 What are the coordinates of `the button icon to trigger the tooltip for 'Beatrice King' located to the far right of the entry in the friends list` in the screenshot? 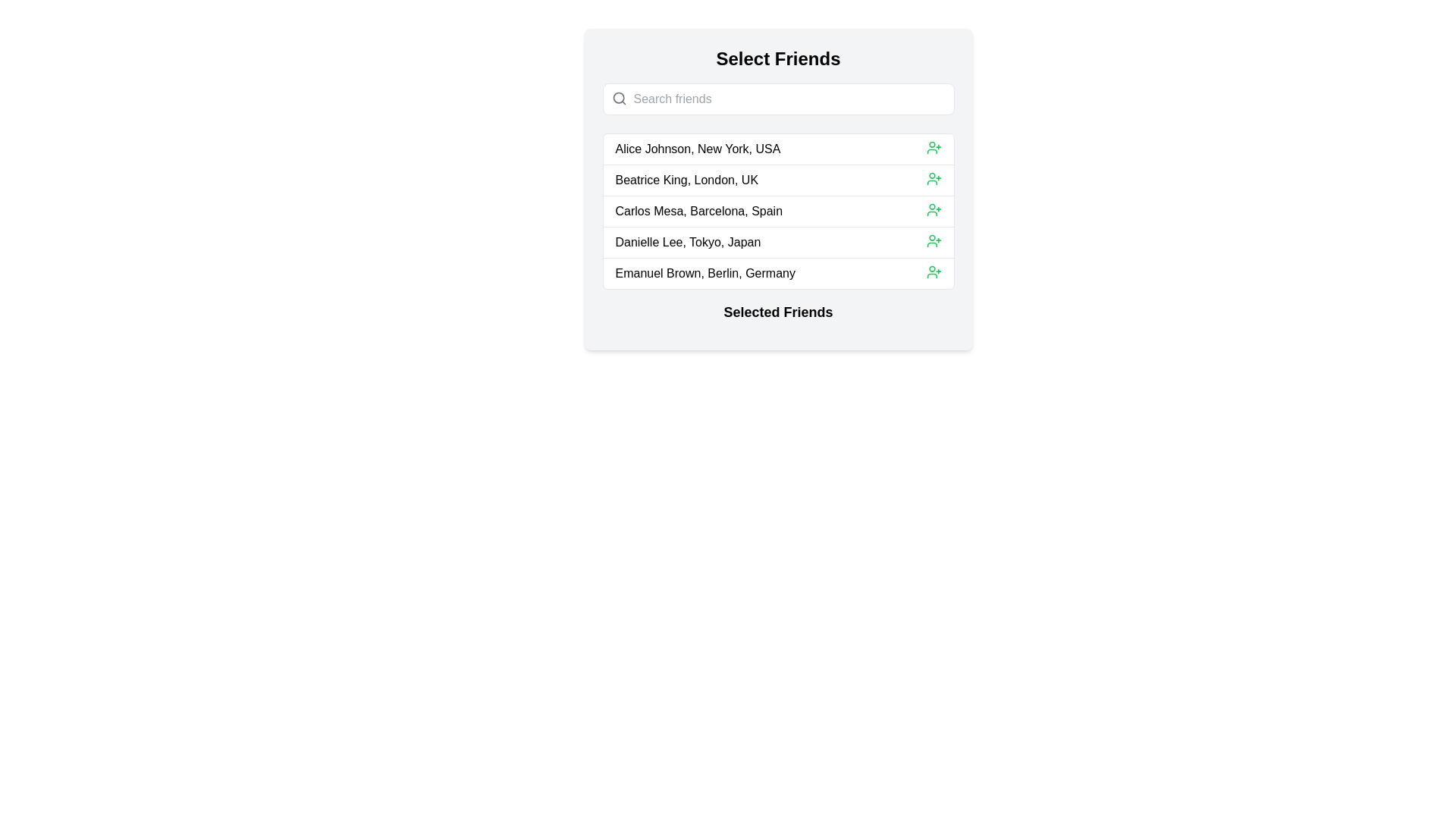 It's located at (933, 177).